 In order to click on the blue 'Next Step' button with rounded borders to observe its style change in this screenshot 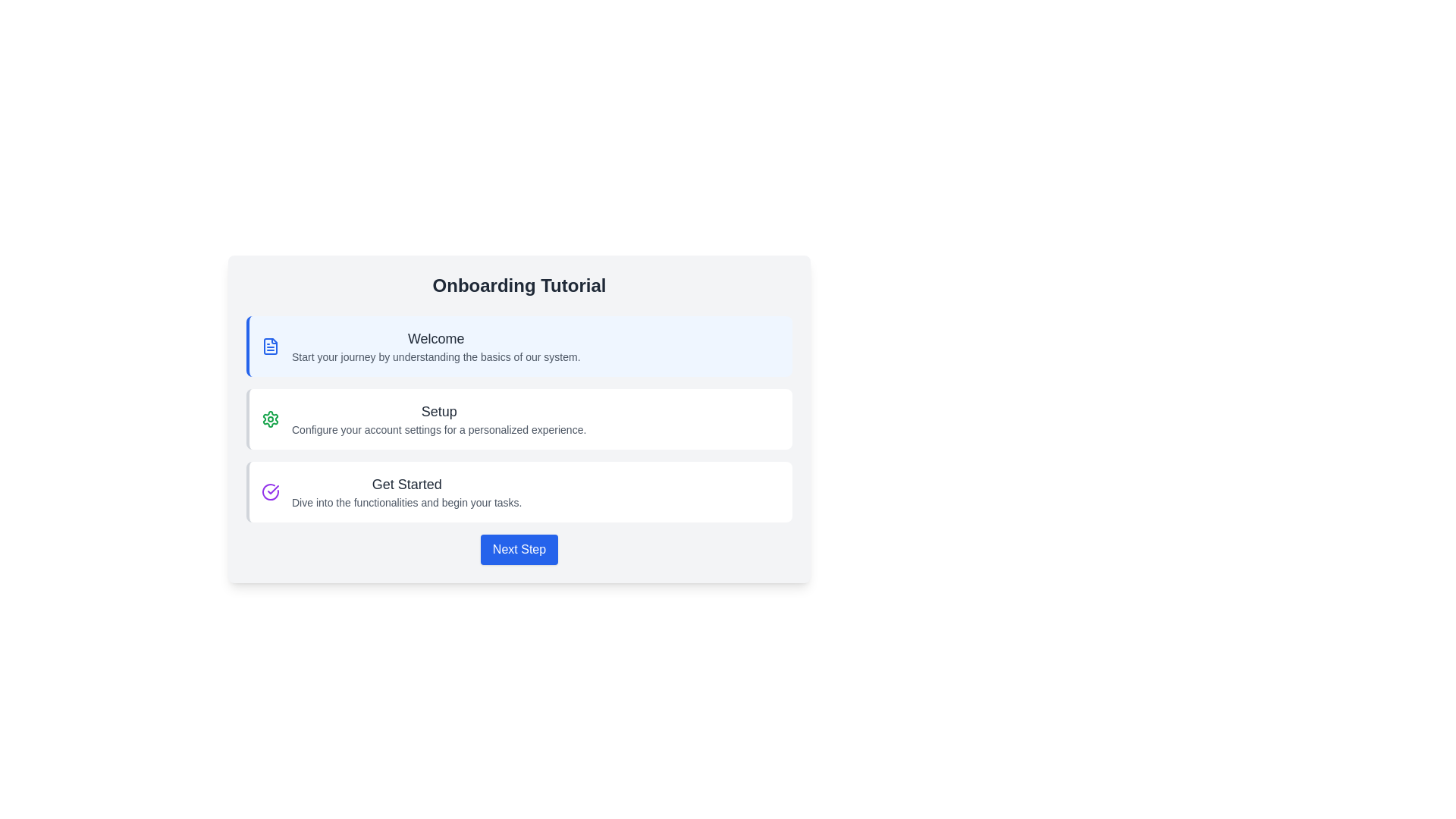, I will do `click(519, 550)`.